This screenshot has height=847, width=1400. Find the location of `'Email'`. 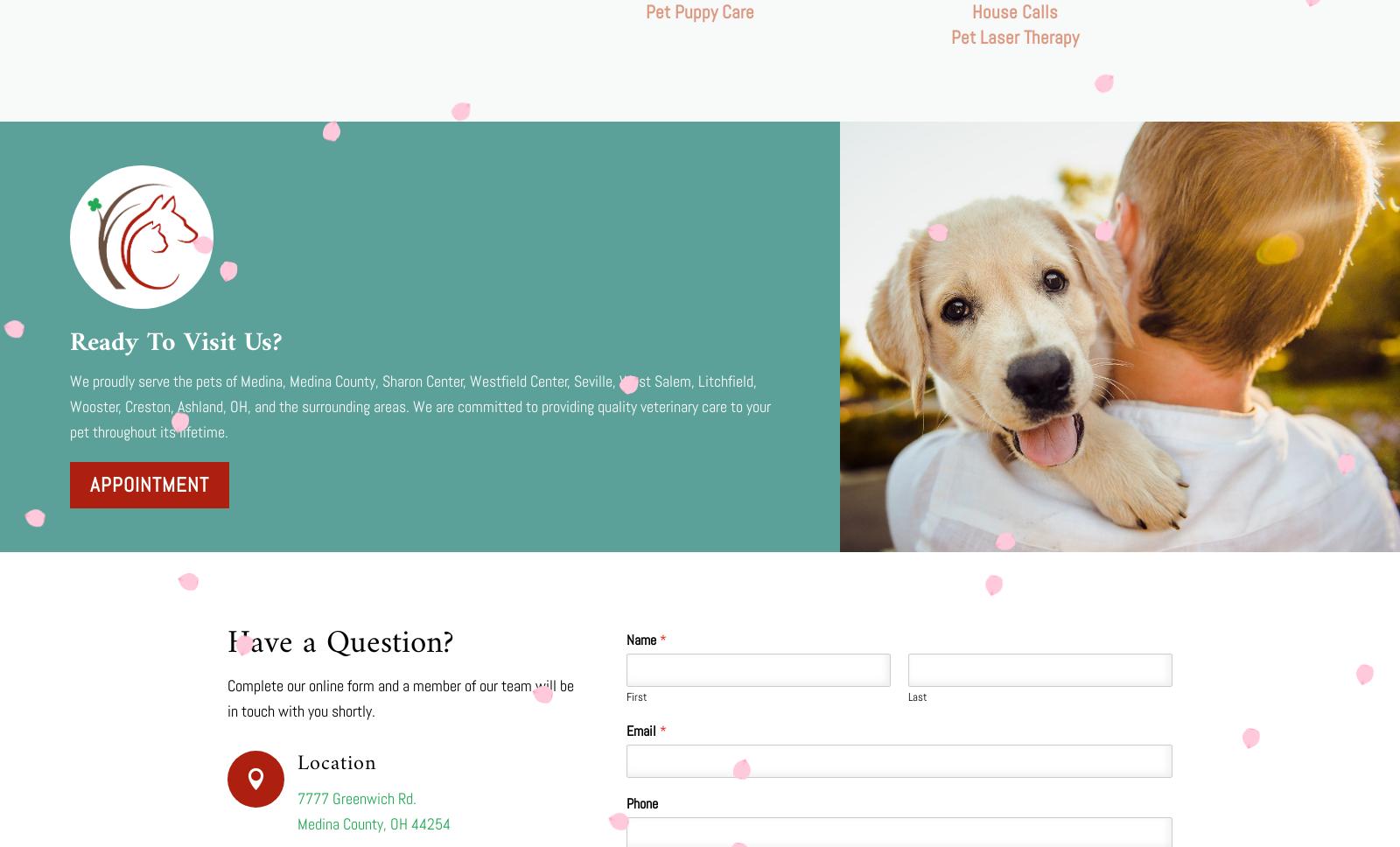

'Email' is located at coordinates (641, 731).